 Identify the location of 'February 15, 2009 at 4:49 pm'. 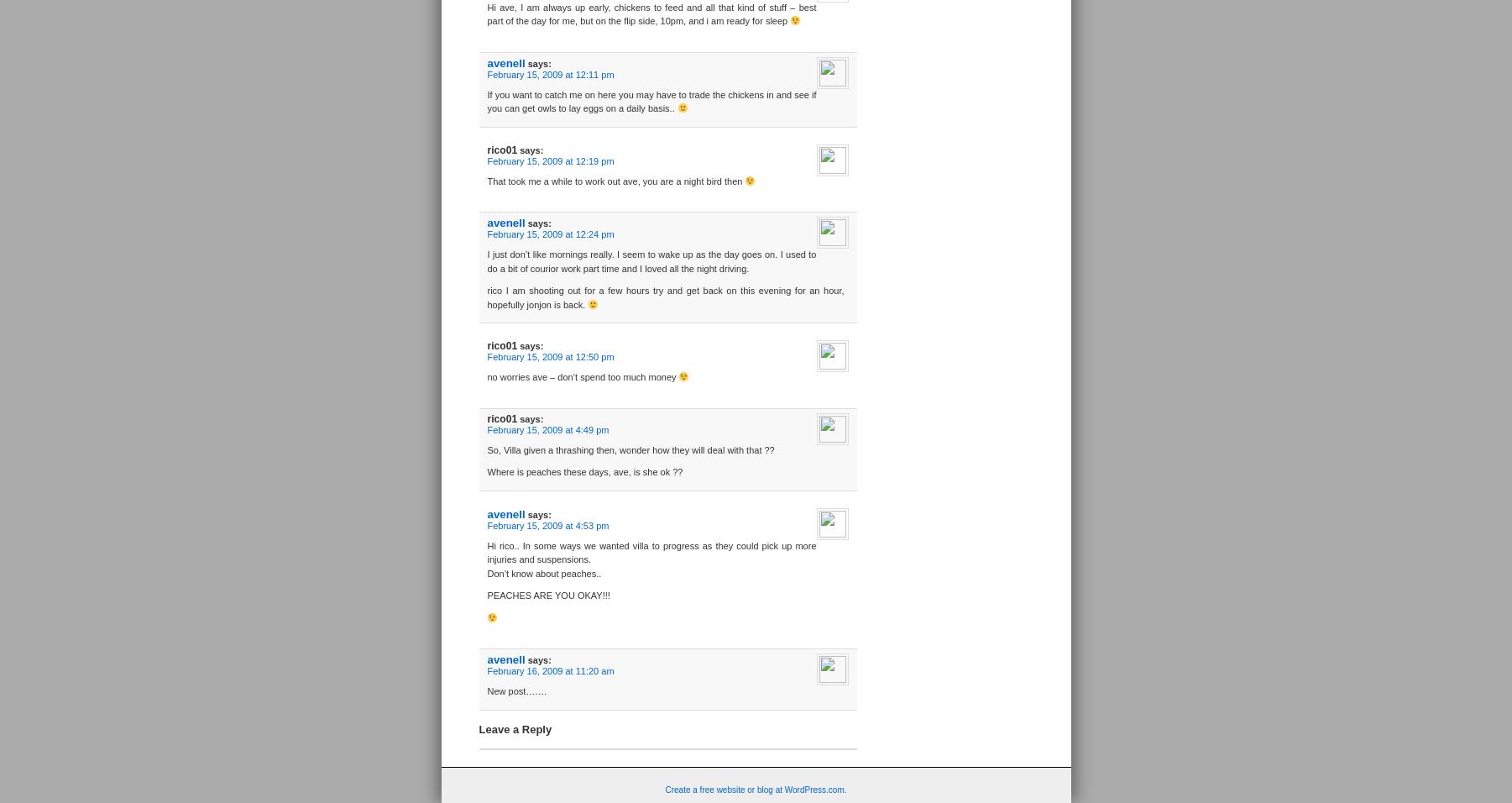
(547, 428).